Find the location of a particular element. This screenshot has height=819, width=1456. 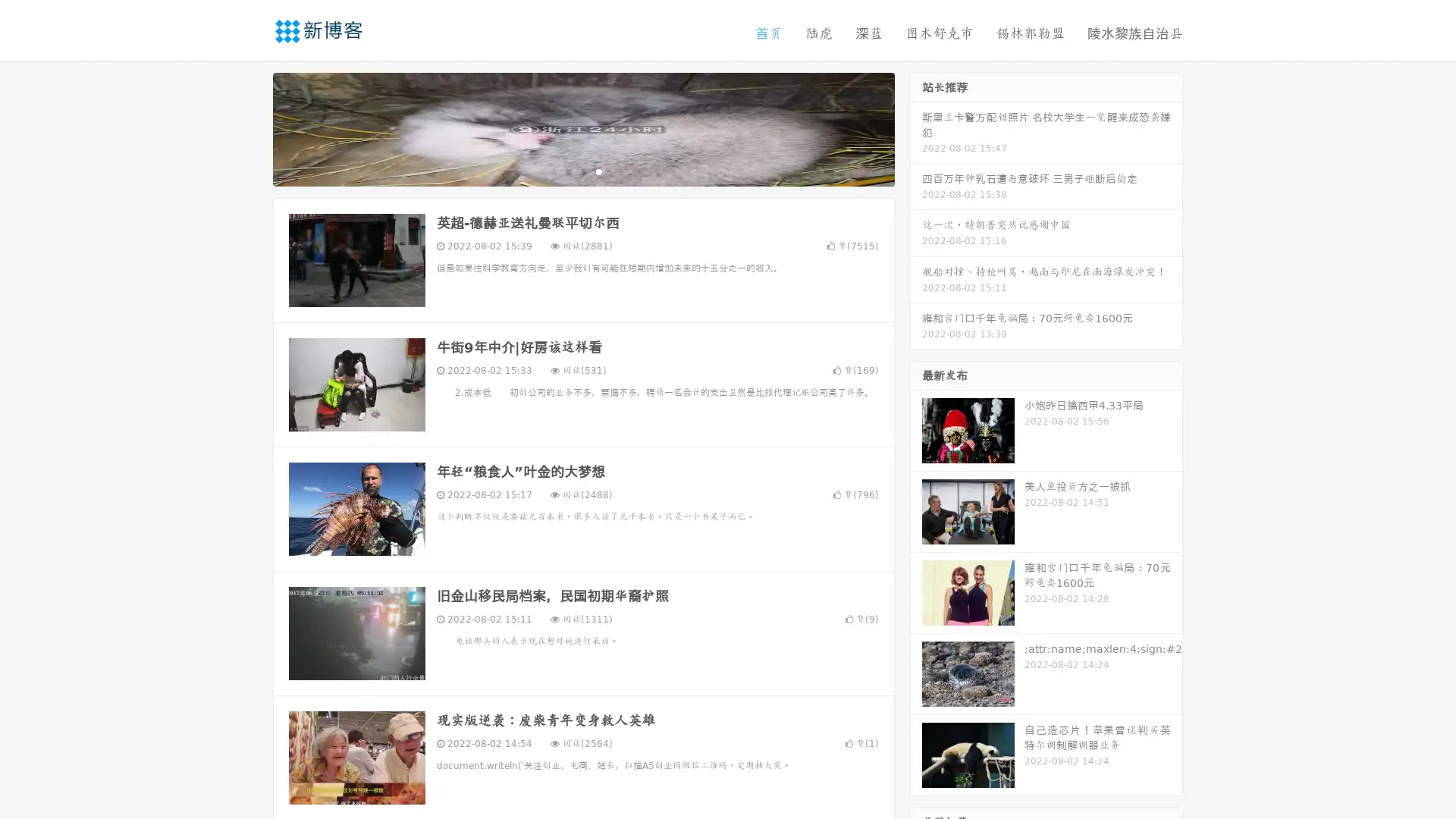

Go to slide 3 is located at coordinates (598, 171).